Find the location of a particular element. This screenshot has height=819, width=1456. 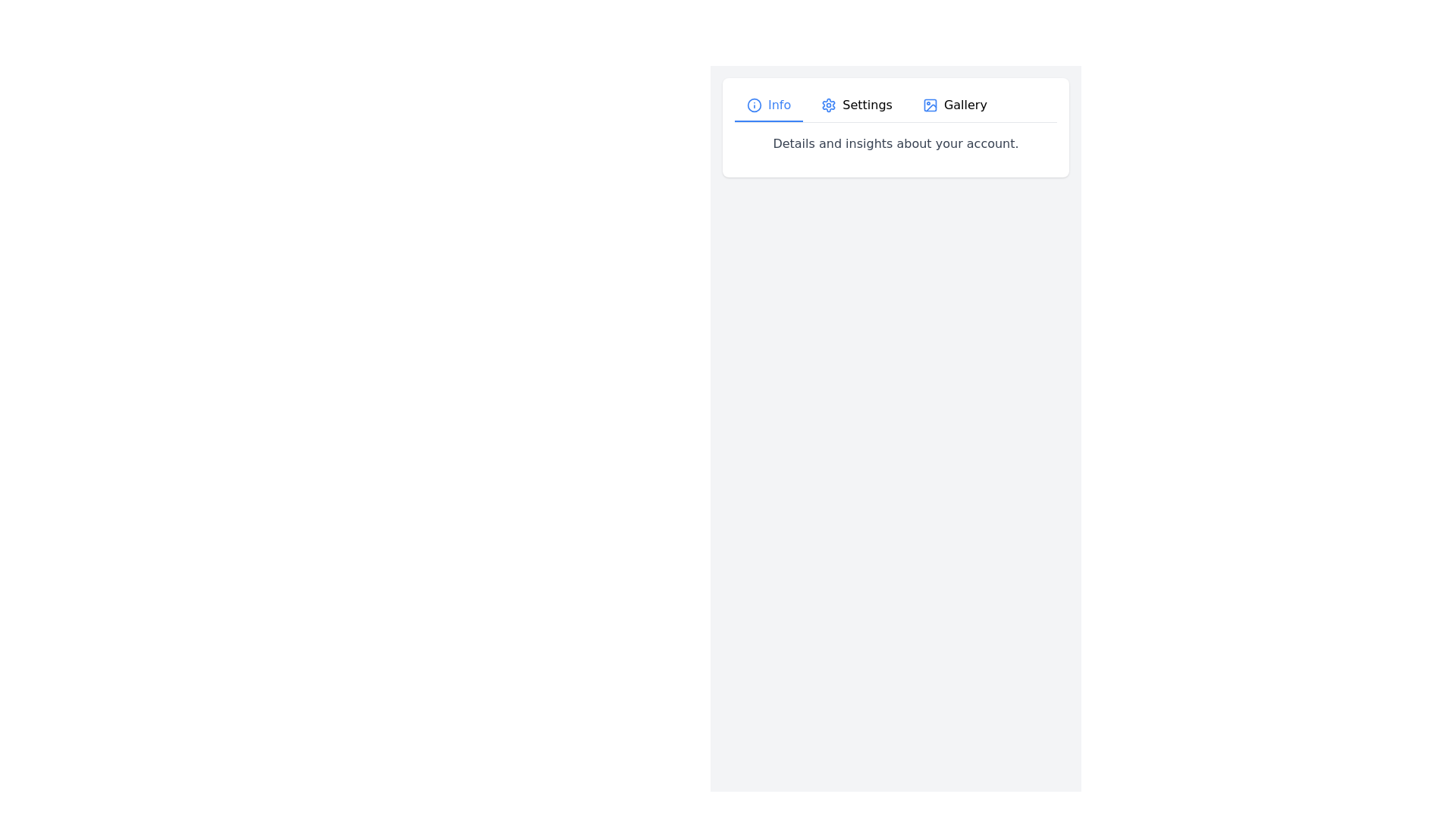

the blue gear-shaped settings icon located in the 'Settings' tab, which is positioned to the left of the 'Settings' text label is located at coordinates (828, 104).